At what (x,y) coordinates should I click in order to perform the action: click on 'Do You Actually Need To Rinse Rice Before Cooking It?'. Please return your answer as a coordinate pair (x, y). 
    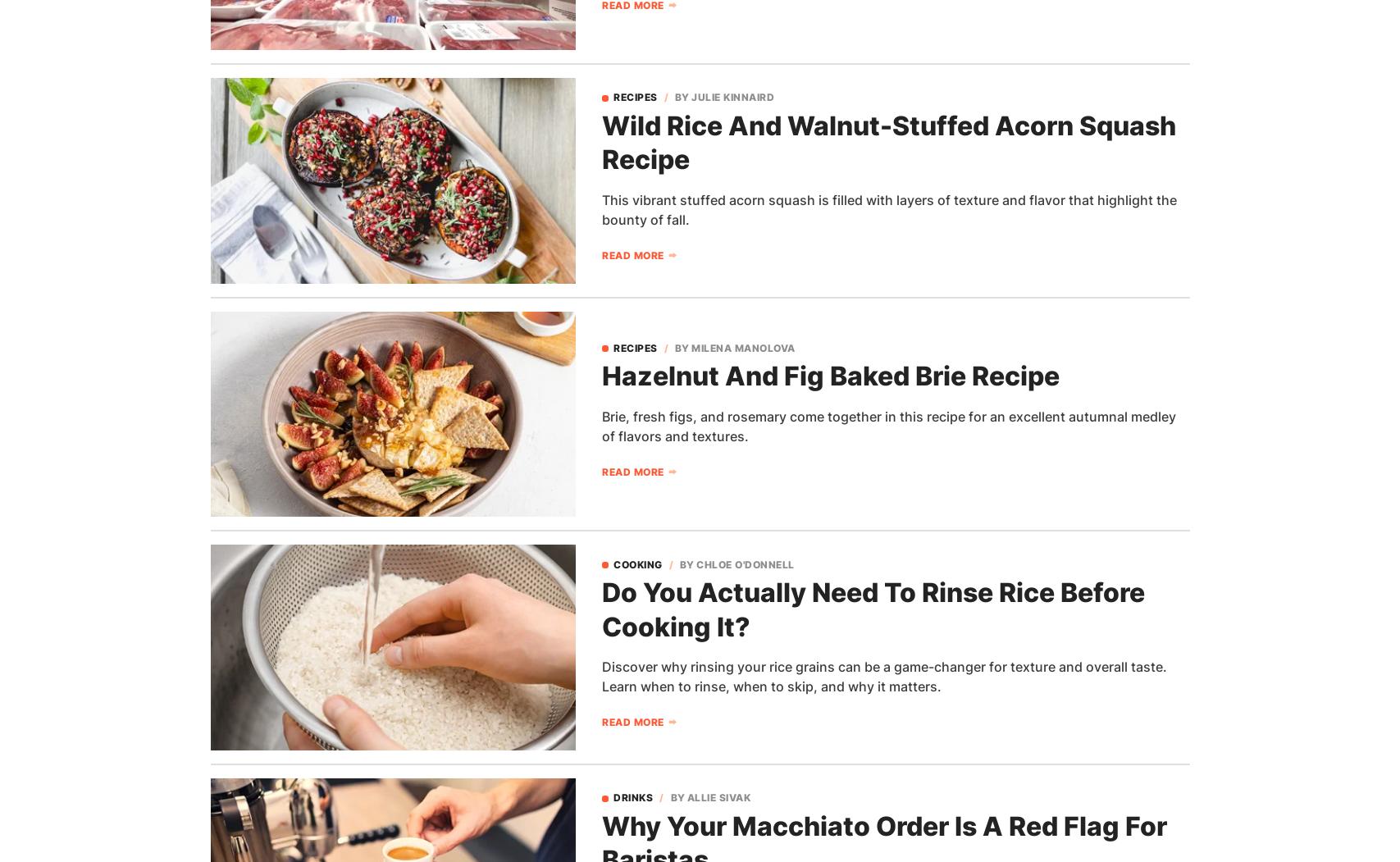
    Looking at the image, I should click on (602, 609).